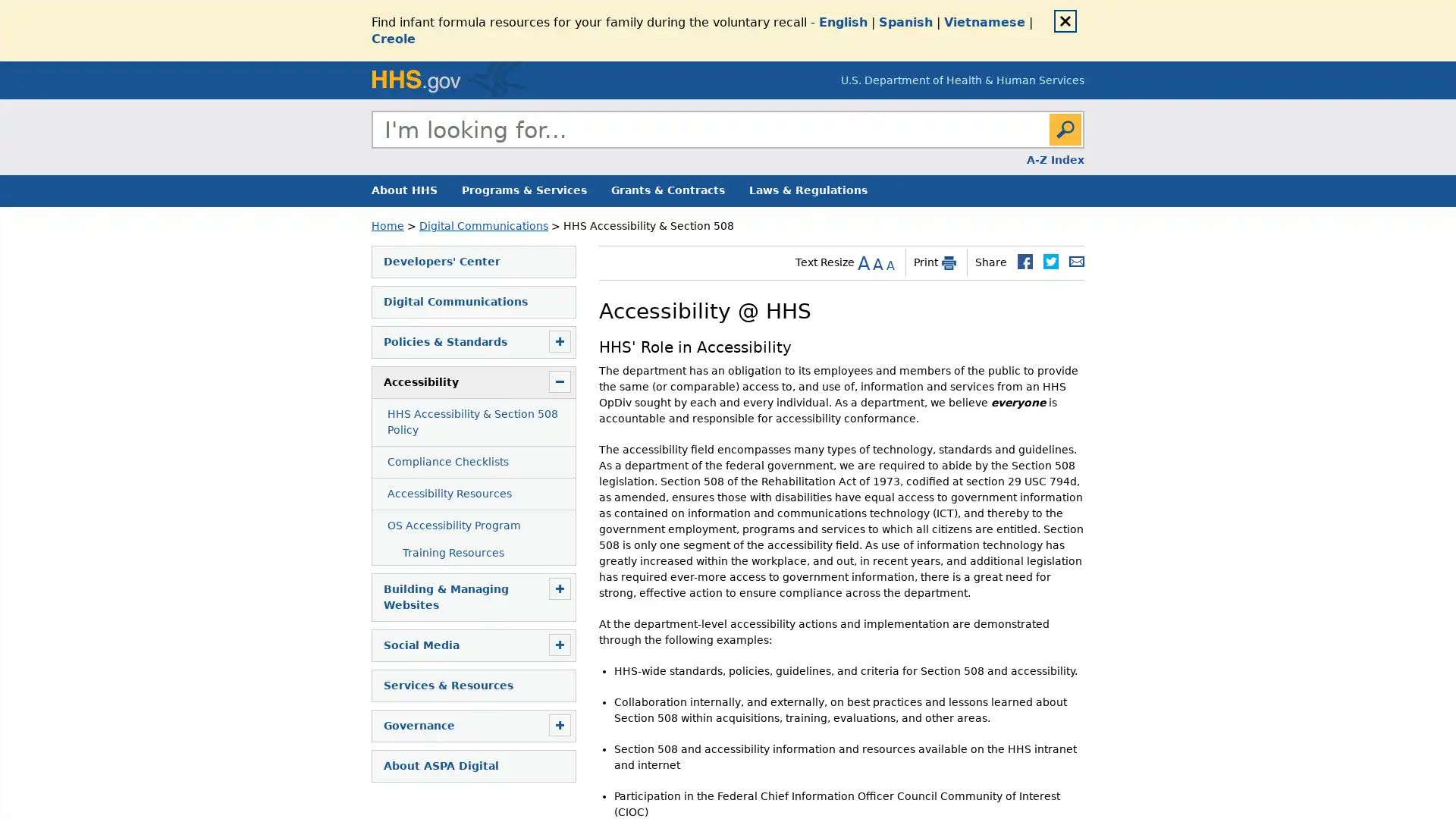  I want to click on Close, so click(1083, 146).